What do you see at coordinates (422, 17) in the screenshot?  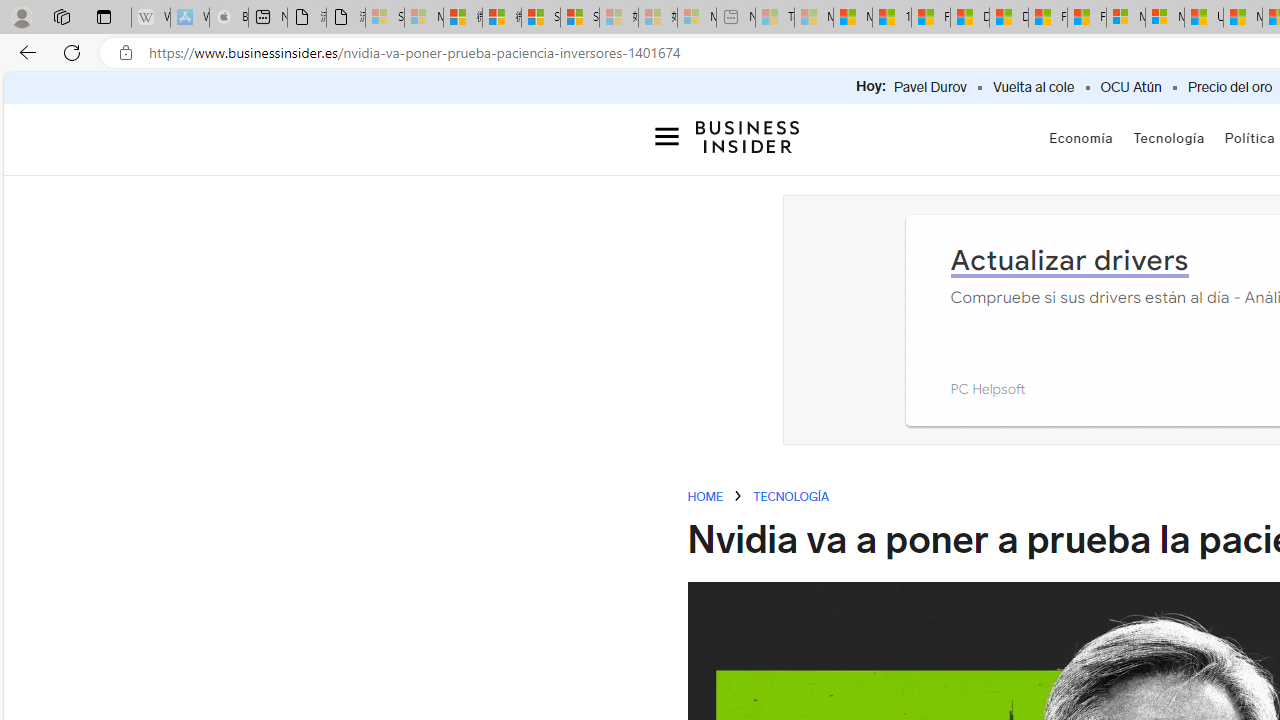 I see `'Microsoft Services Agreement - Sleeping'` at bounding box center [422, 17].